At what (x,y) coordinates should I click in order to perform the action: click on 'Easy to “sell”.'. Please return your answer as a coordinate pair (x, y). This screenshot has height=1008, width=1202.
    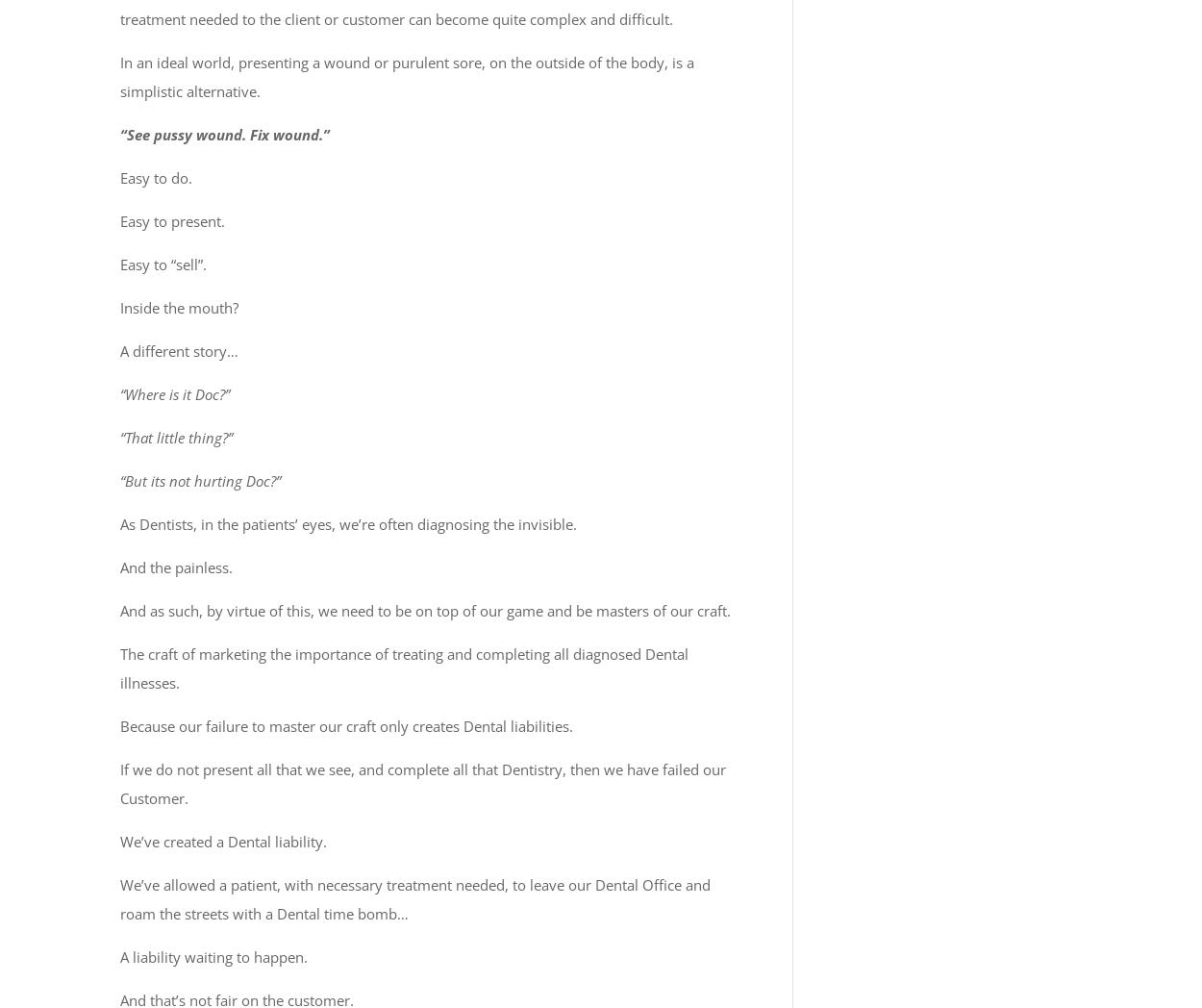
    Looking at the image, I should click on (163, 263).